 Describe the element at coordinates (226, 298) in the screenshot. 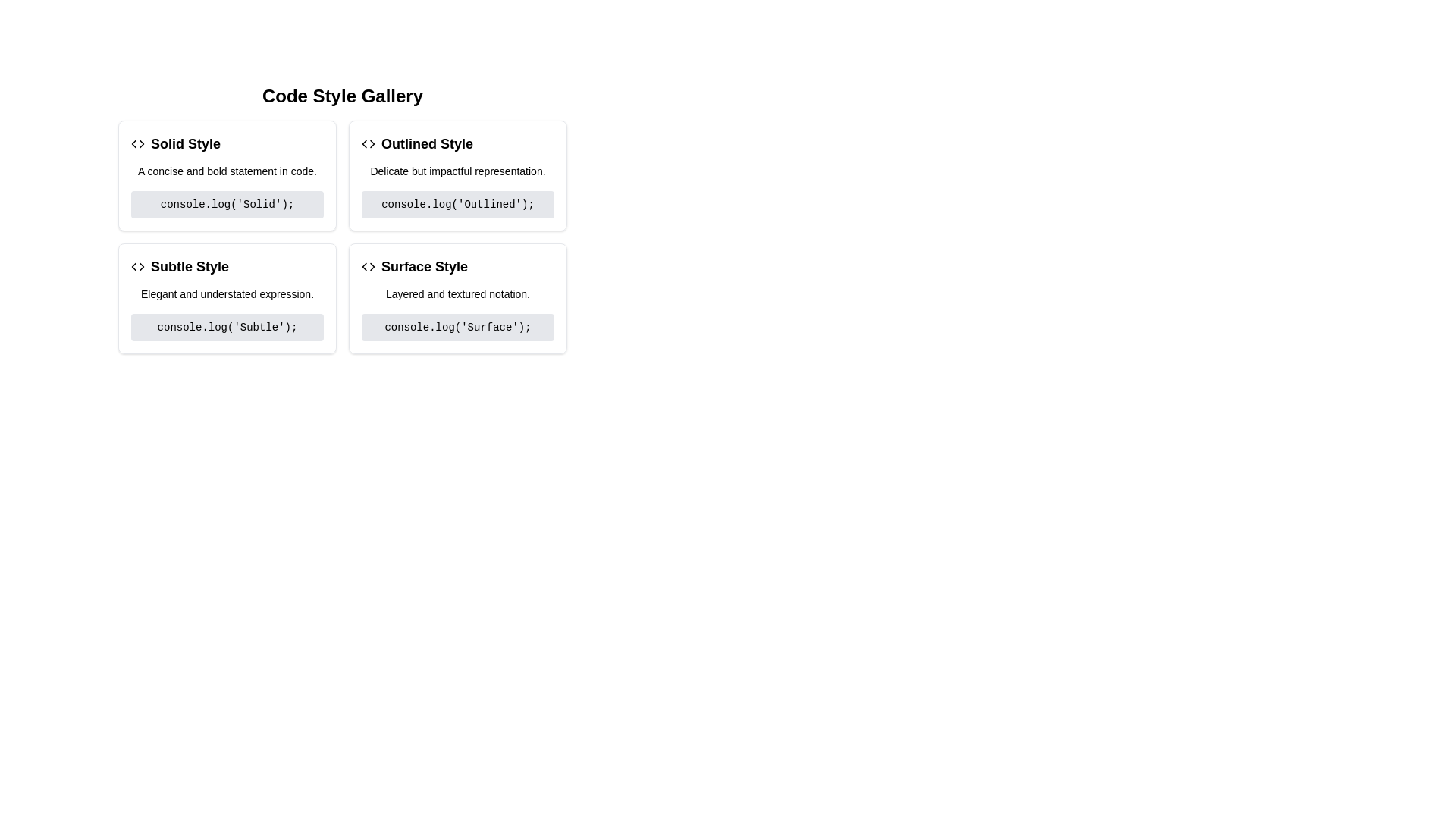

I see `the third card in the grid layout that displays information about the 'Subtle Style' code style` at that location.